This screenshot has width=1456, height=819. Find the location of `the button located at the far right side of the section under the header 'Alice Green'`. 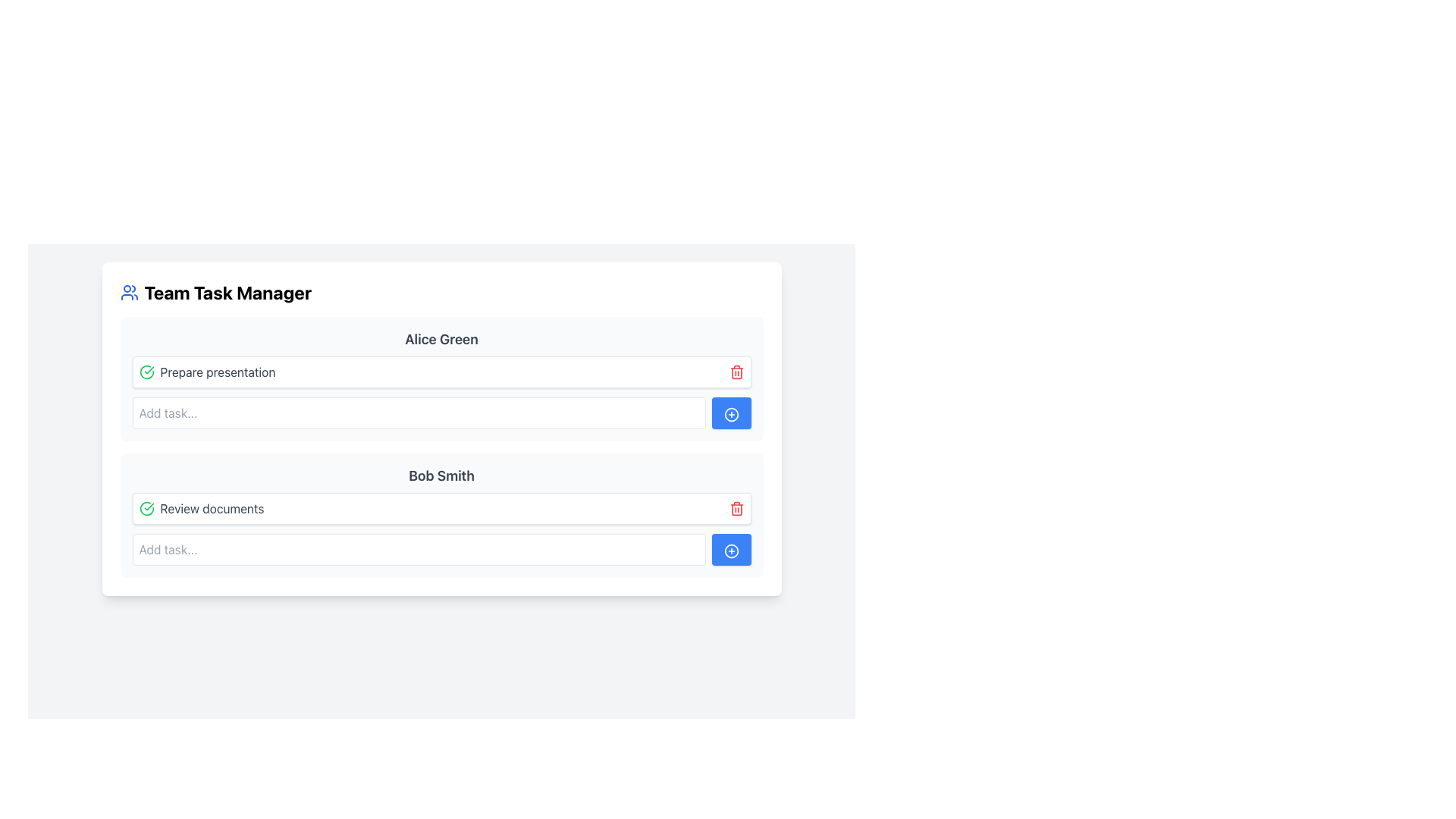

the button located at the far right side of the section under the header 'Alice Green' is located at coordinates (731, 413).